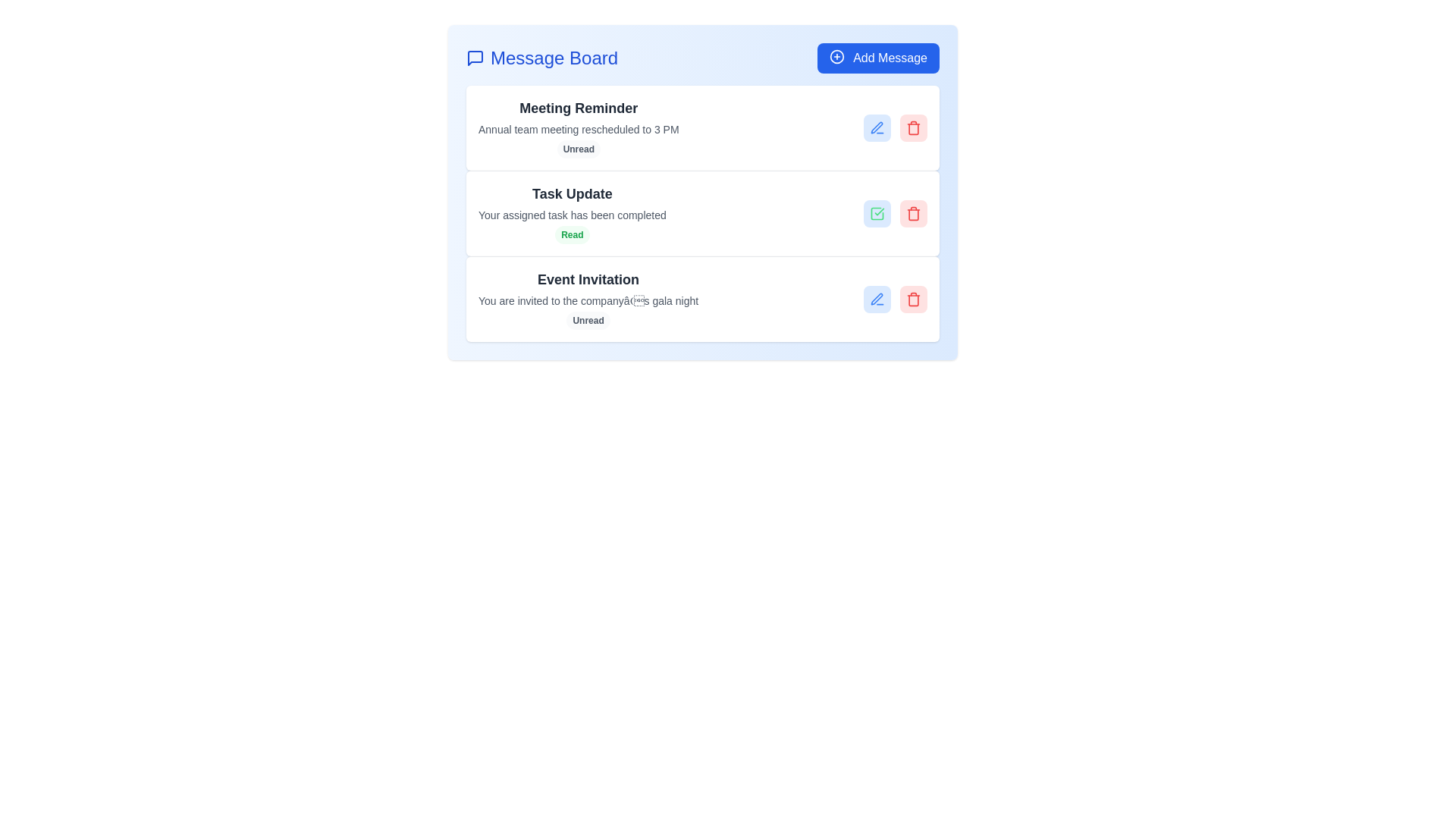 This screenshot has width=1456, height=819. I want to click on the status indicator label that denotes the completion of a task, located below the text 'Your assigned task has been completed' in the 'Task Update' section, so click(571, 234).